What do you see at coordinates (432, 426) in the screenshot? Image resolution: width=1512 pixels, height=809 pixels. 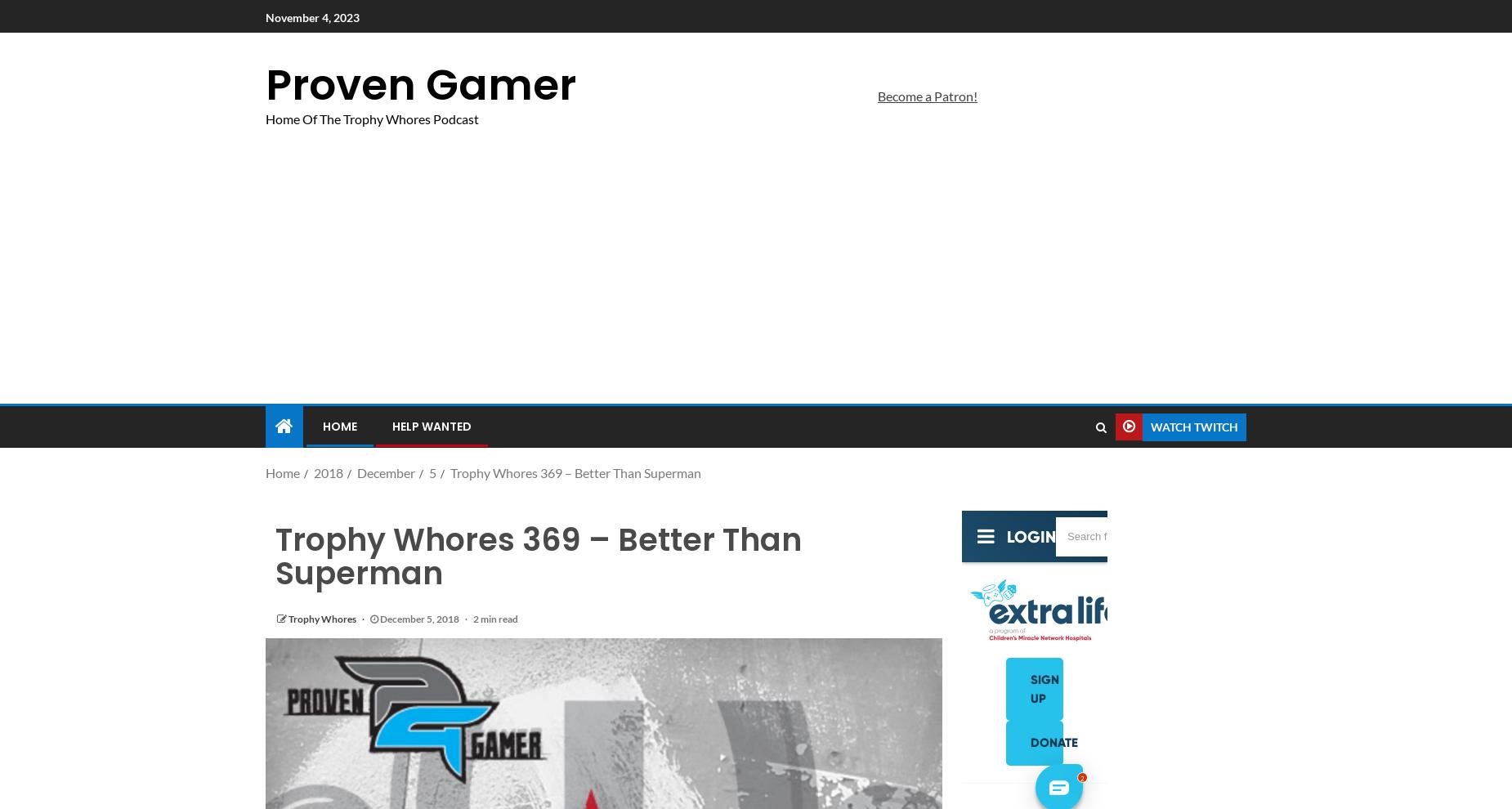 I see `'Help Wanted'` at bounding box center [432, 426].